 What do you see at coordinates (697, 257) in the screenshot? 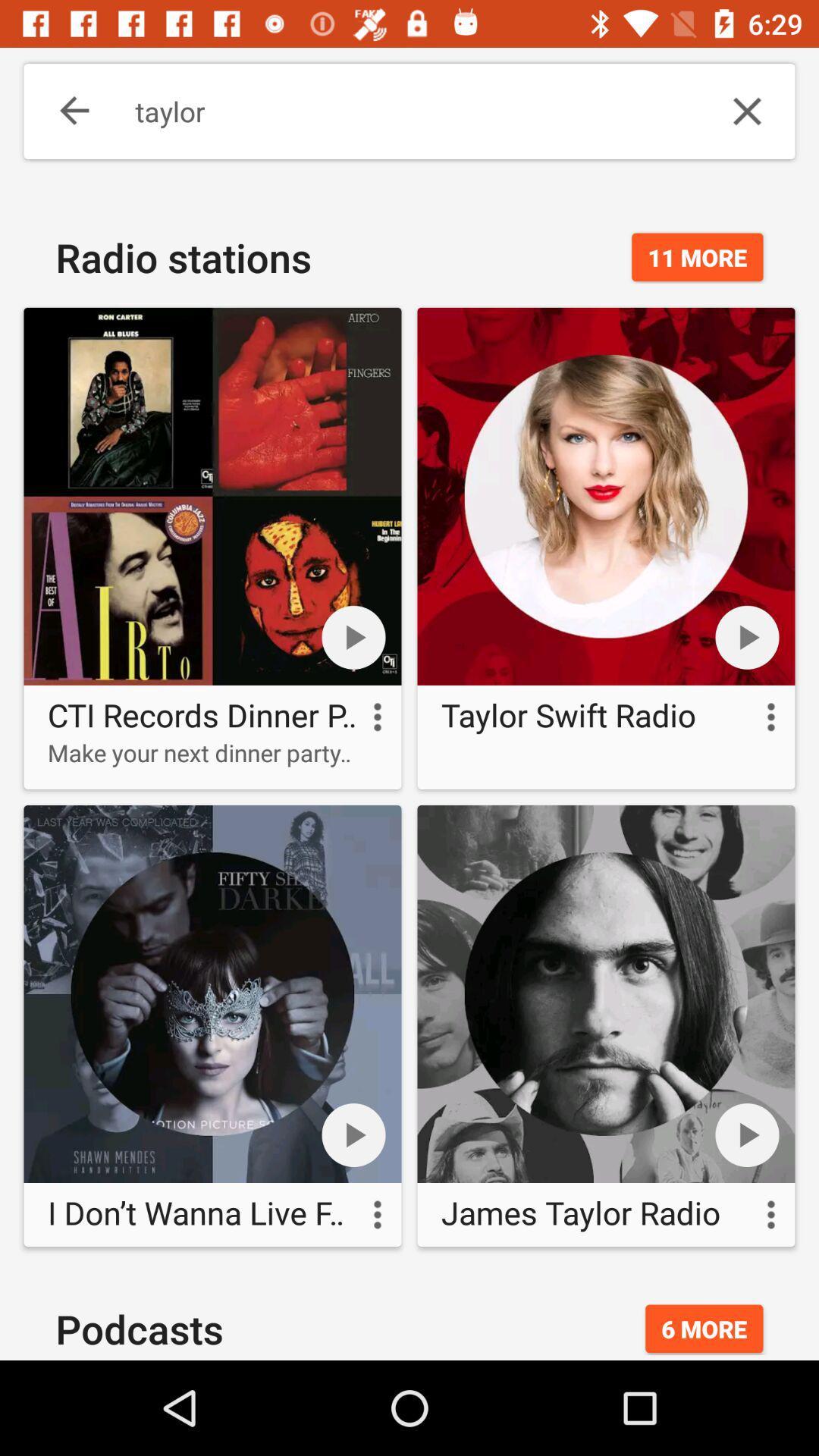
I see `11 more item` at bounding box center [697, 257].